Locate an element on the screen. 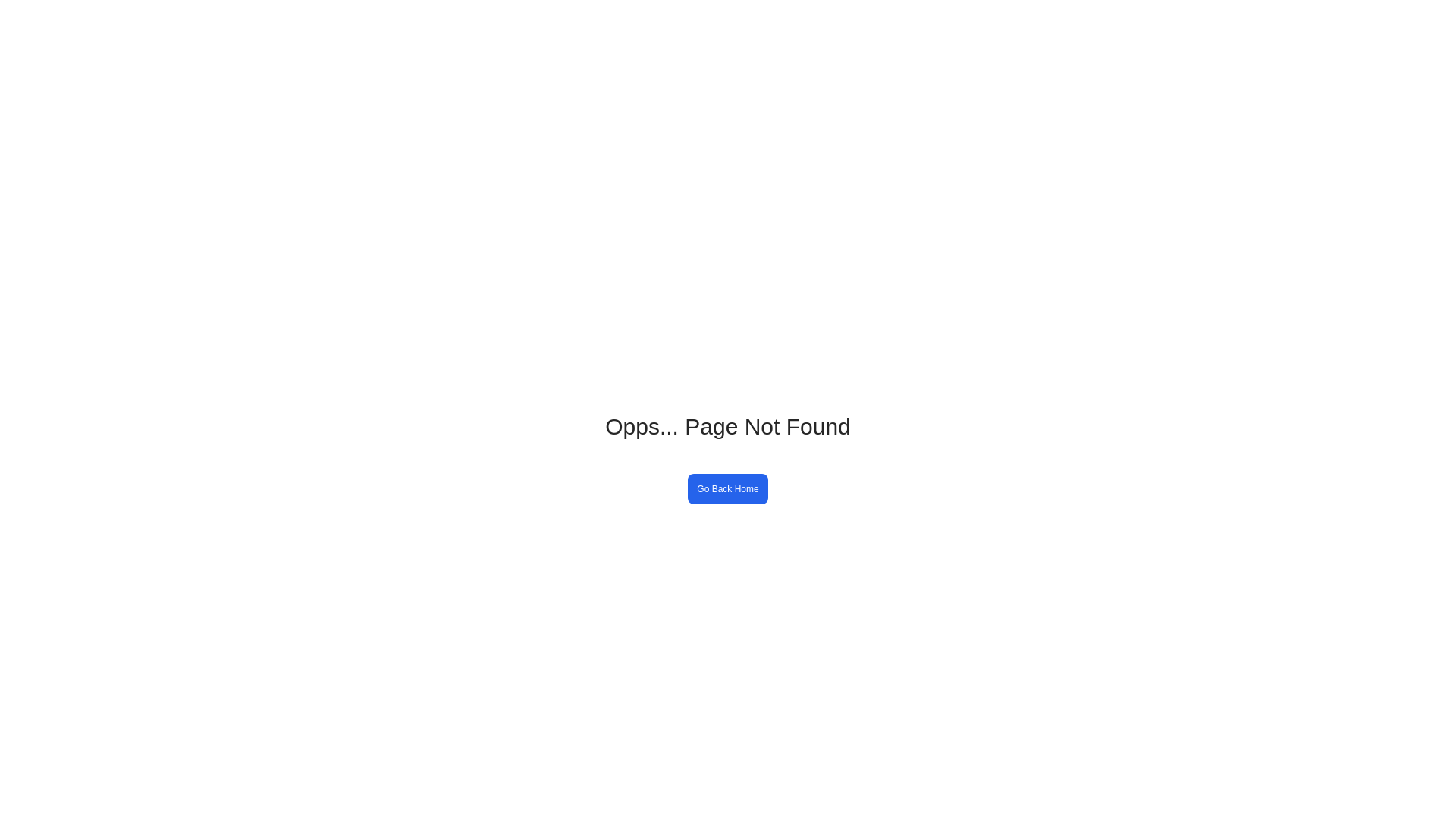 This screenshot has height=819, width=1456. 'Go Back Home' is located at coordinates (687, 488).